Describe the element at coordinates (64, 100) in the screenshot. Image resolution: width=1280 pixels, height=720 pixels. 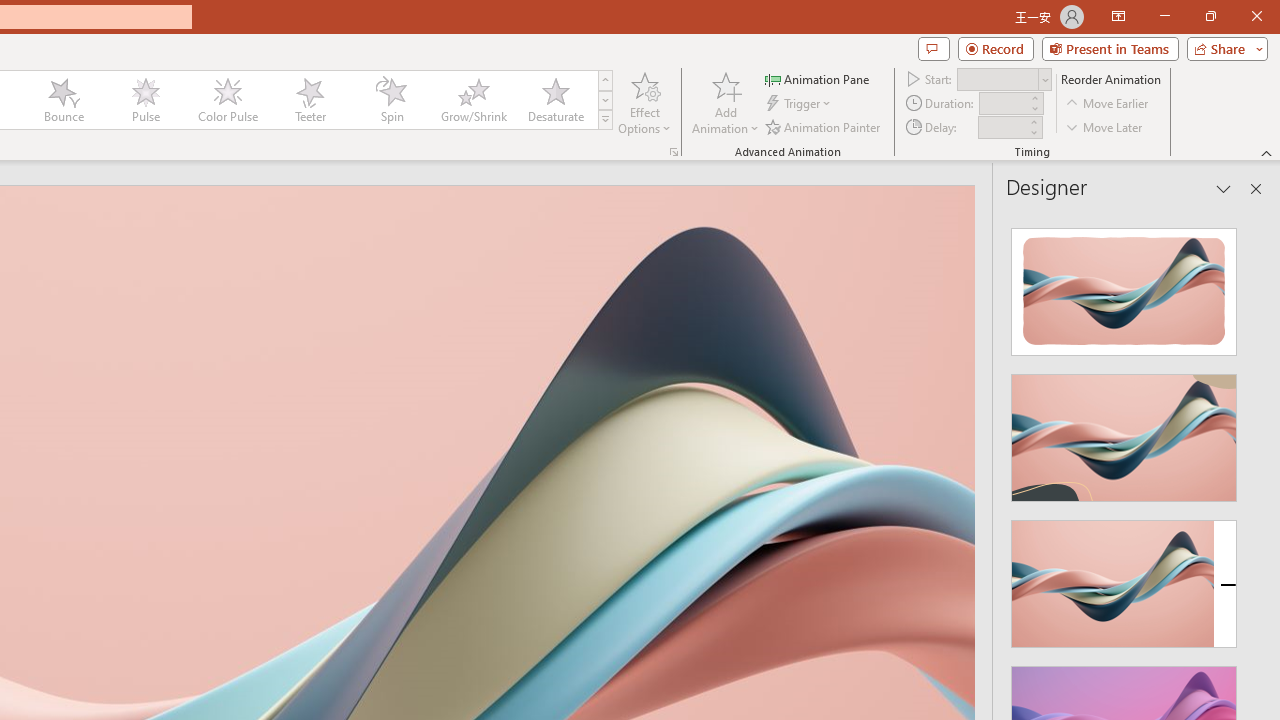
I see `'Bounce'` at that location.